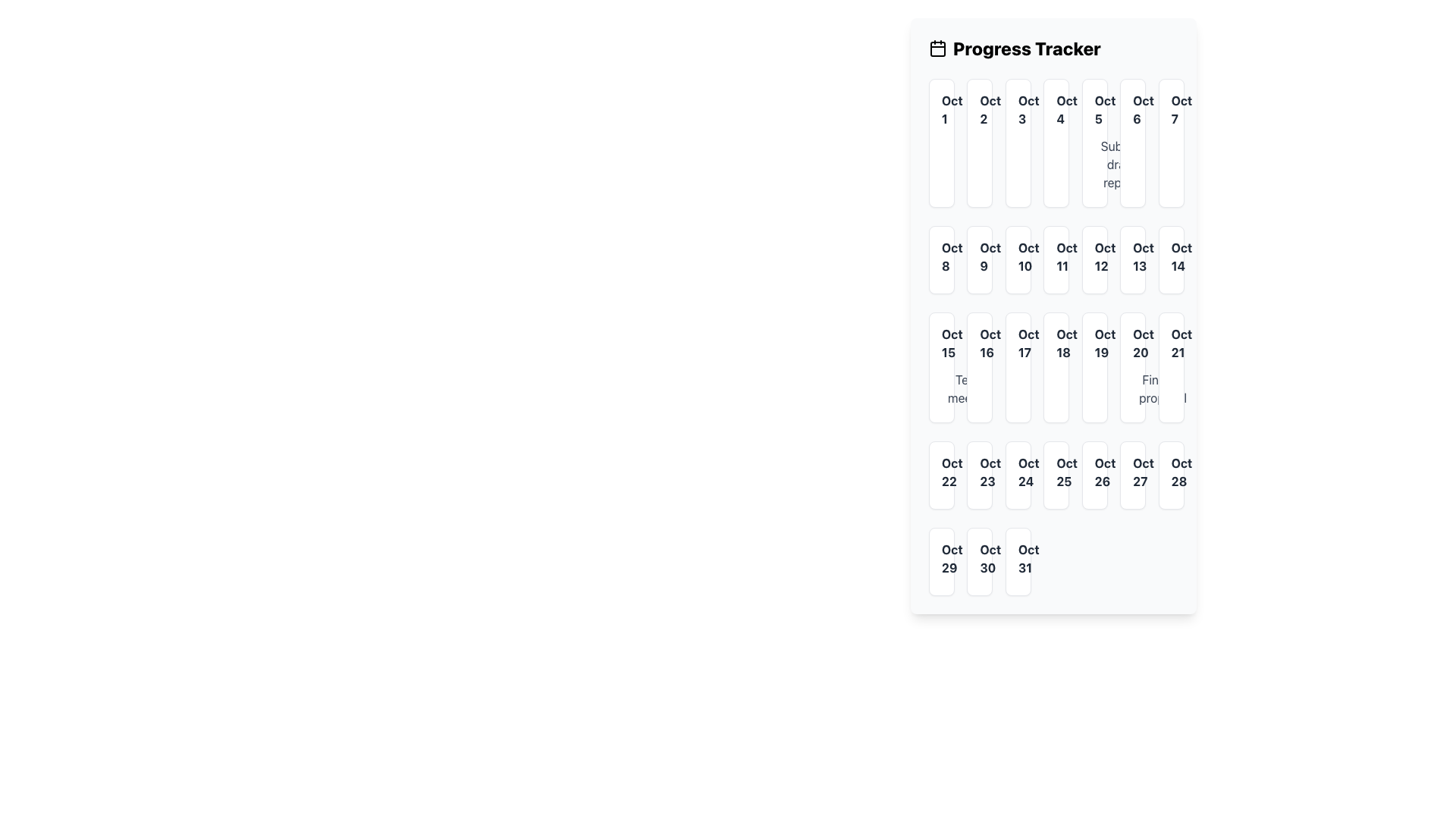 The width and height of the screenshot is (1456, 819). What do you see at coordinates (1018, 143) in the screenshot?
I see `the date block displaying 'October 3rd' in the calendar interface` at bounding box center [1018, 143].